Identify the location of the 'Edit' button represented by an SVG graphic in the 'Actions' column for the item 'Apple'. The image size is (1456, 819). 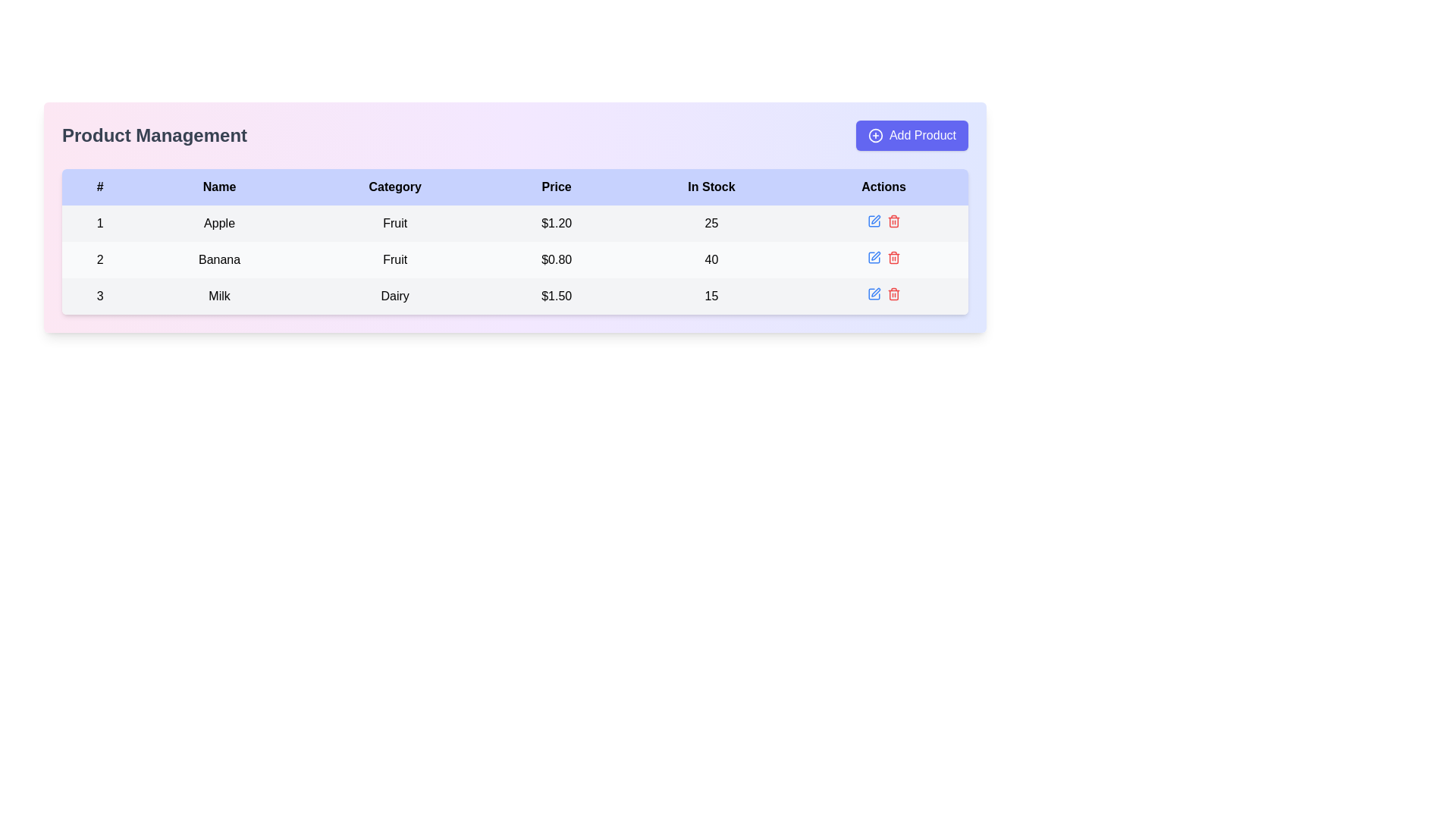
(875, 219).